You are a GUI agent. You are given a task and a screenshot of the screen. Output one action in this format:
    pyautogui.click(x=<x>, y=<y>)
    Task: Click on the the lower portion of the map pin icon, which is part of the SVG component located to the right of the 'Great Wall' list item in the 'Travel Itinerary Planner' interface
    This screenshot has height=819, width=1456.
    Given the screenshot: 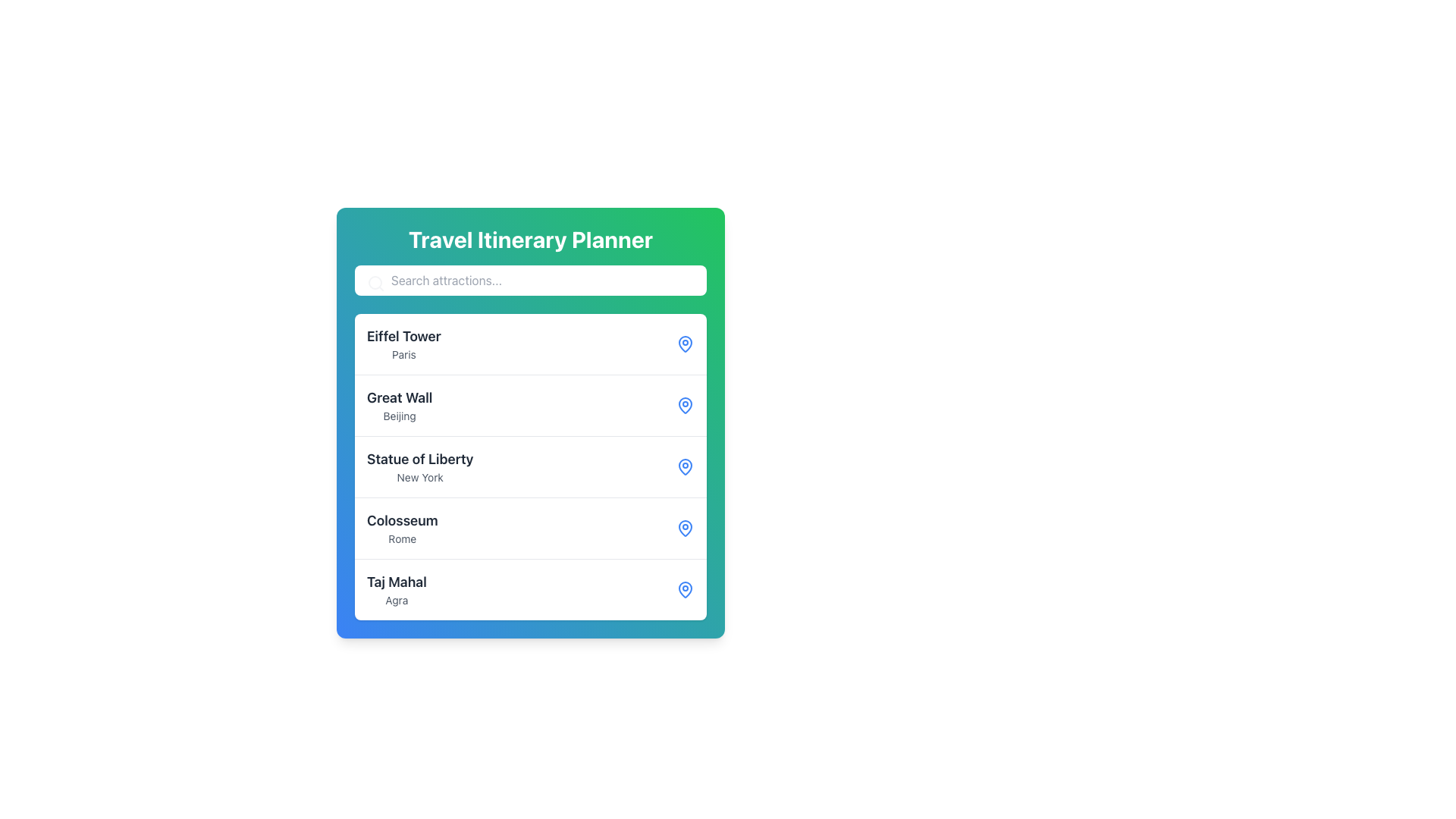 What is the action you would take?
    pyautogui.click(x=684, y=403)
    